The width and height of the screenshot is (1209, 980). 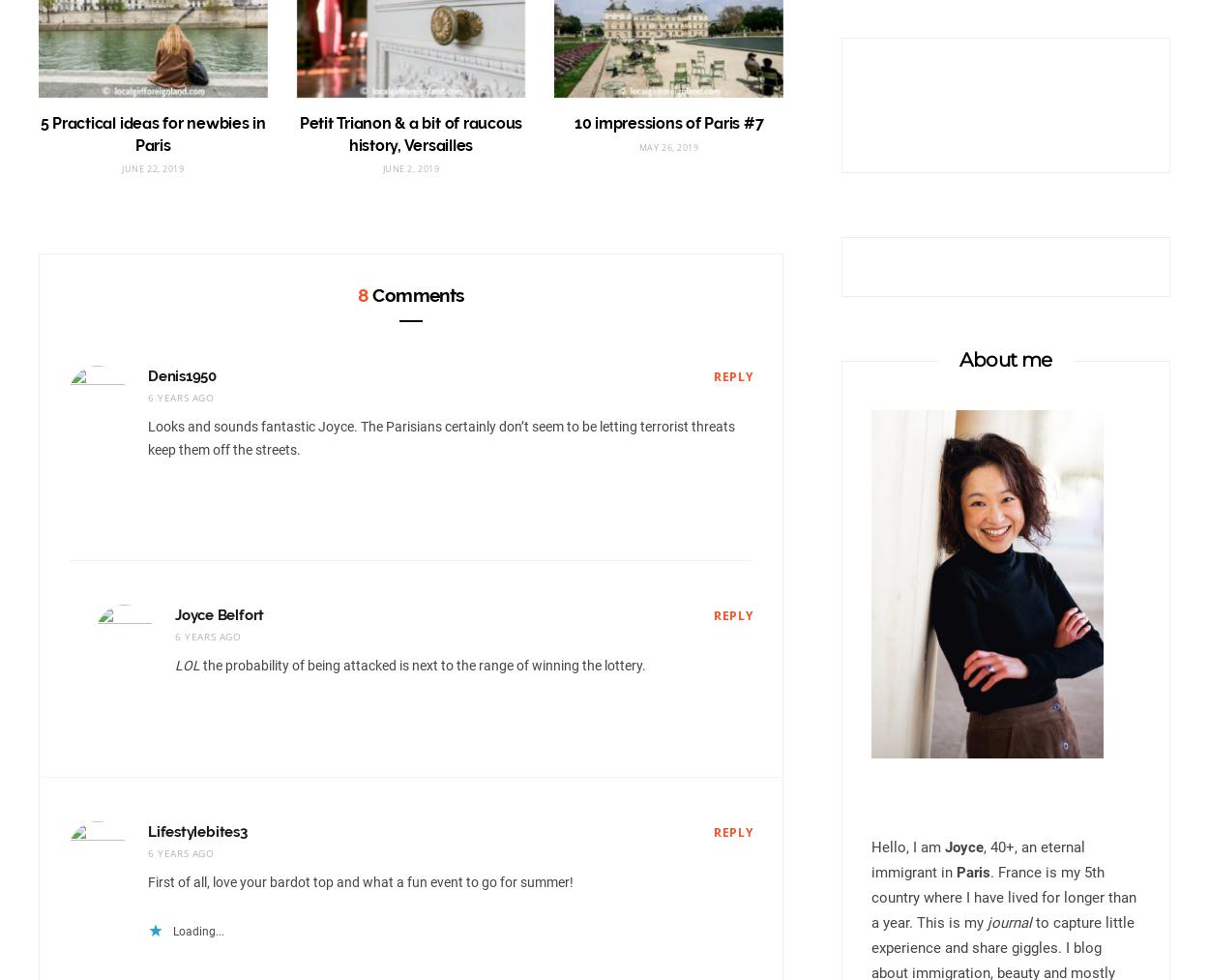 I want to click on '8', so click(x=363, y=293).